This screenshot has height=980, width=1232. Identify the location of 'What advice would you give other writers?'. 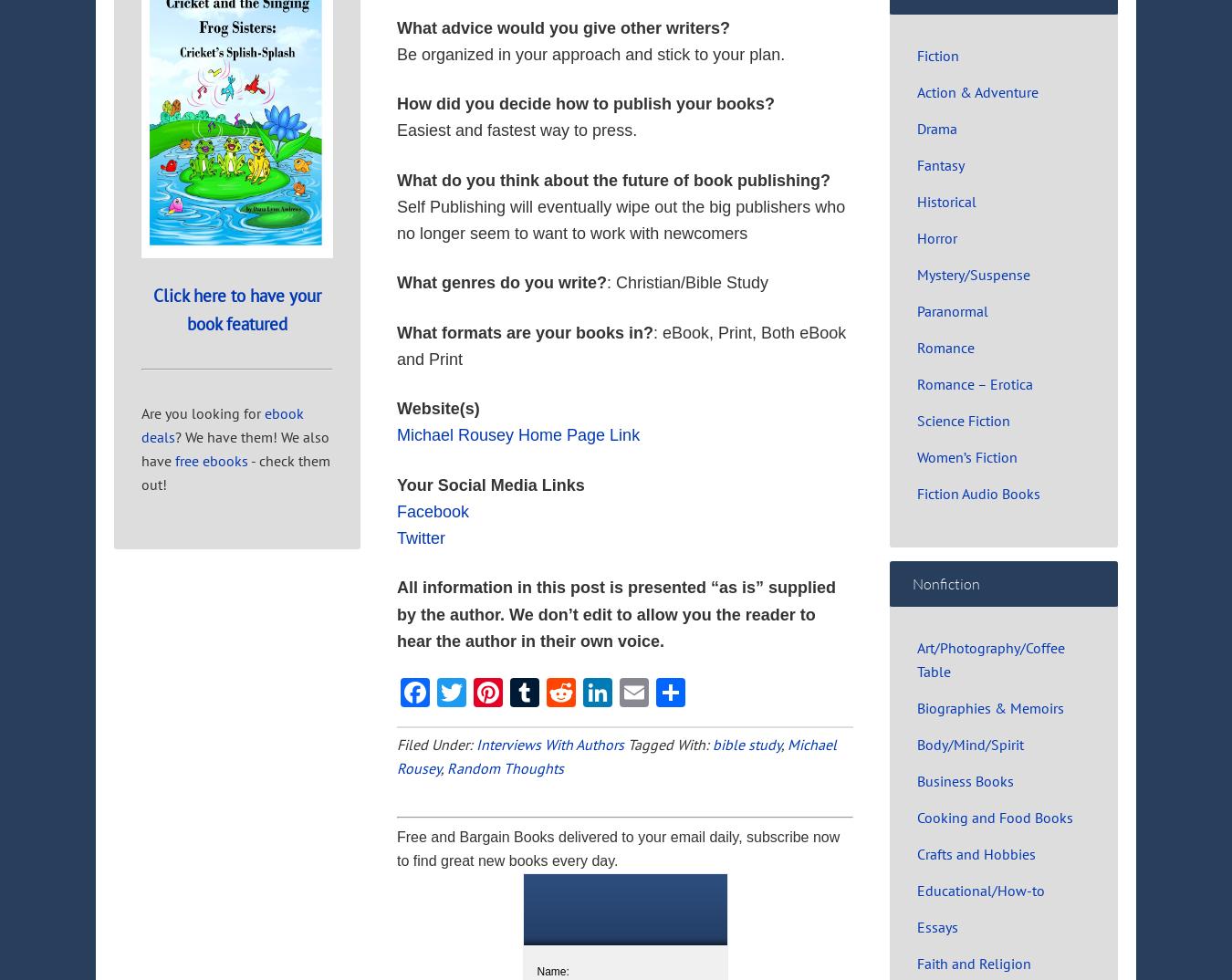
(563, 26).